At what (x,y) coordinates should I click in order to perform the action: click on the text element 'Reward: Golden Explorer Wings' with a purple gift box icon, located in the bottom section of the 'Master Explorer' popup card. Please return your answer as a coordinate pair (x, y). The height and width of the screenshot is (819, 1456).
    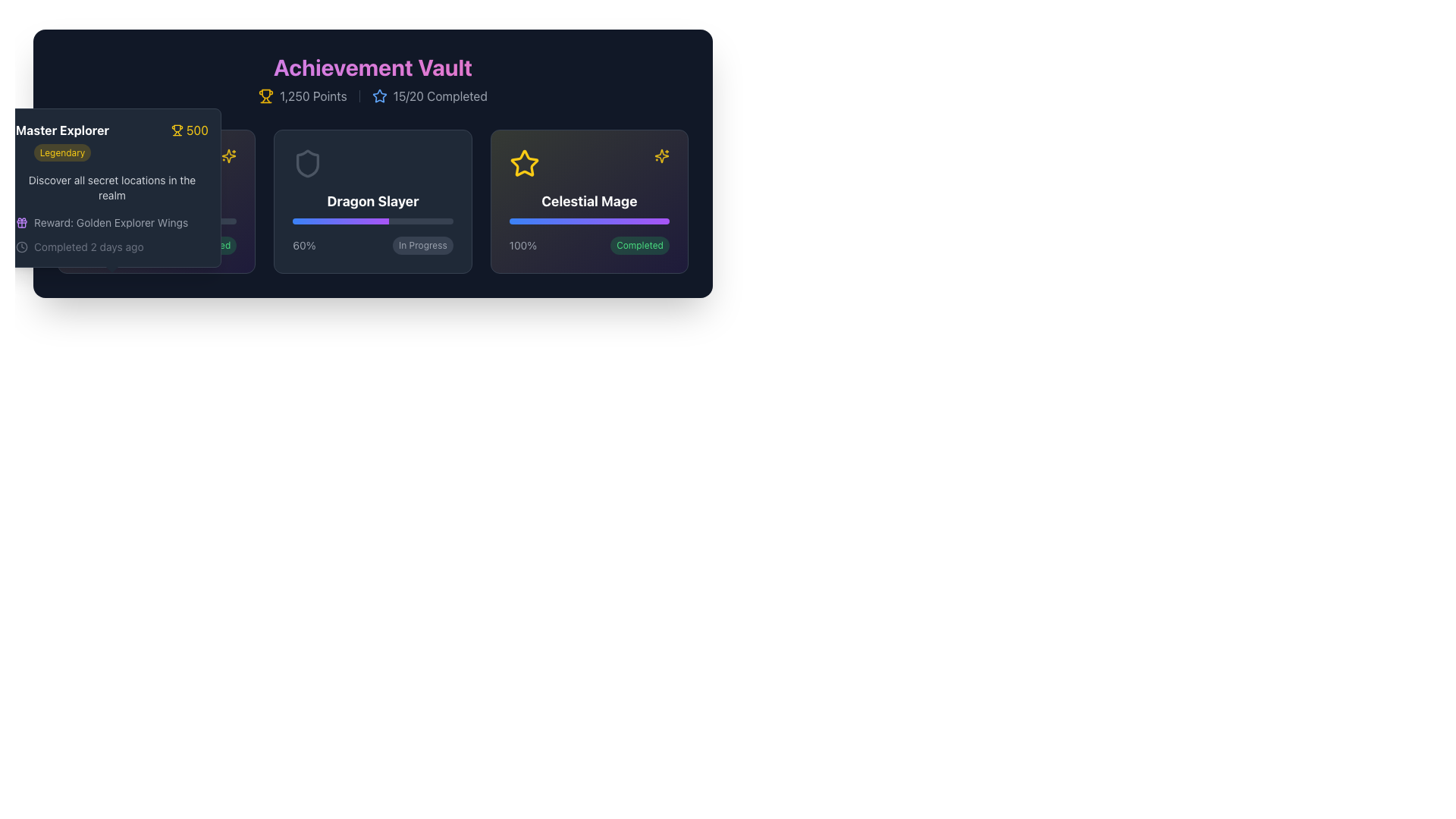
    Looking at the image, I should click on (111, 222).